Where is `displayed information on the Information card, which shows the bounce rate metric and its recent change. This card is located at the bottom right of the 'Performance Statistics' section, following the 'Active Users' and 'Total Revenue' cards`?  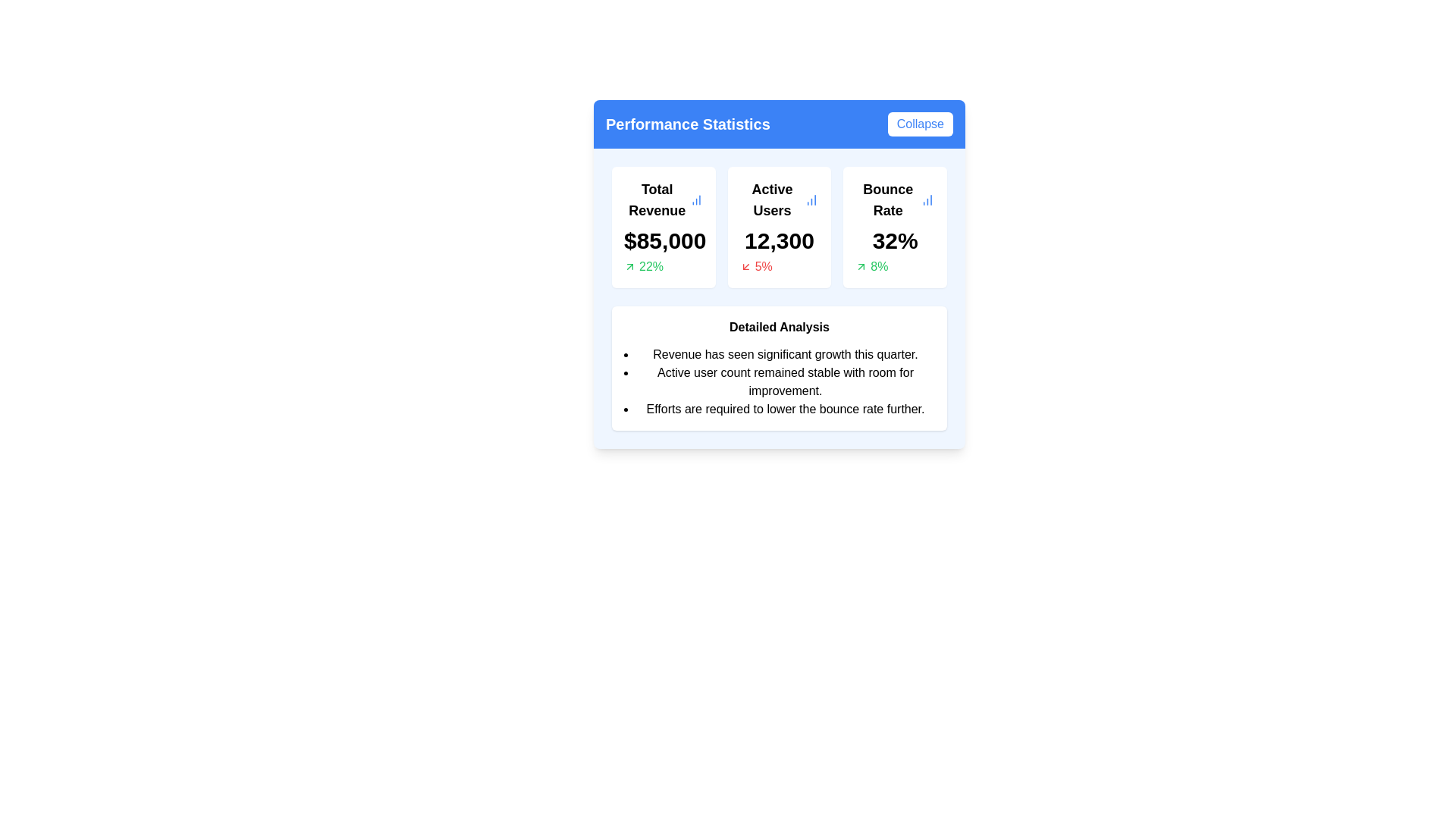
displayed information on the Information card, which shows the bounce rate metric and its recent change. This card is located at the bottom right of the 'Performance Statistics' section, following the 'Active Users' and 'Total Revenue' cards is located at coordinates (895, 227).